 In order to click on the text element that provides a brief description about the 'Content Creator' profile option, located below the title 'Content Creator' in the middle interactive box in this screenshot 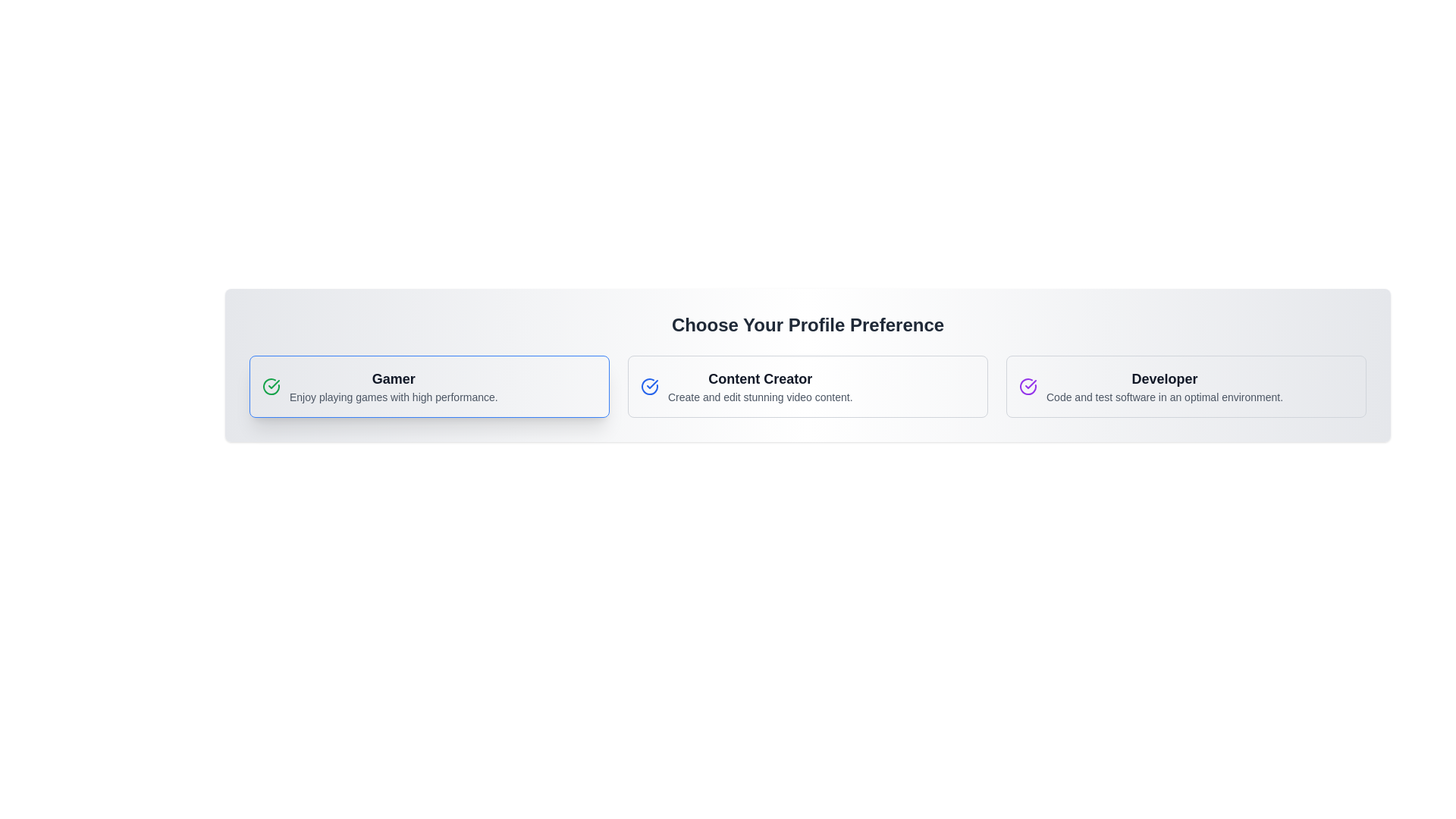, I will do `click(760, 397)`.